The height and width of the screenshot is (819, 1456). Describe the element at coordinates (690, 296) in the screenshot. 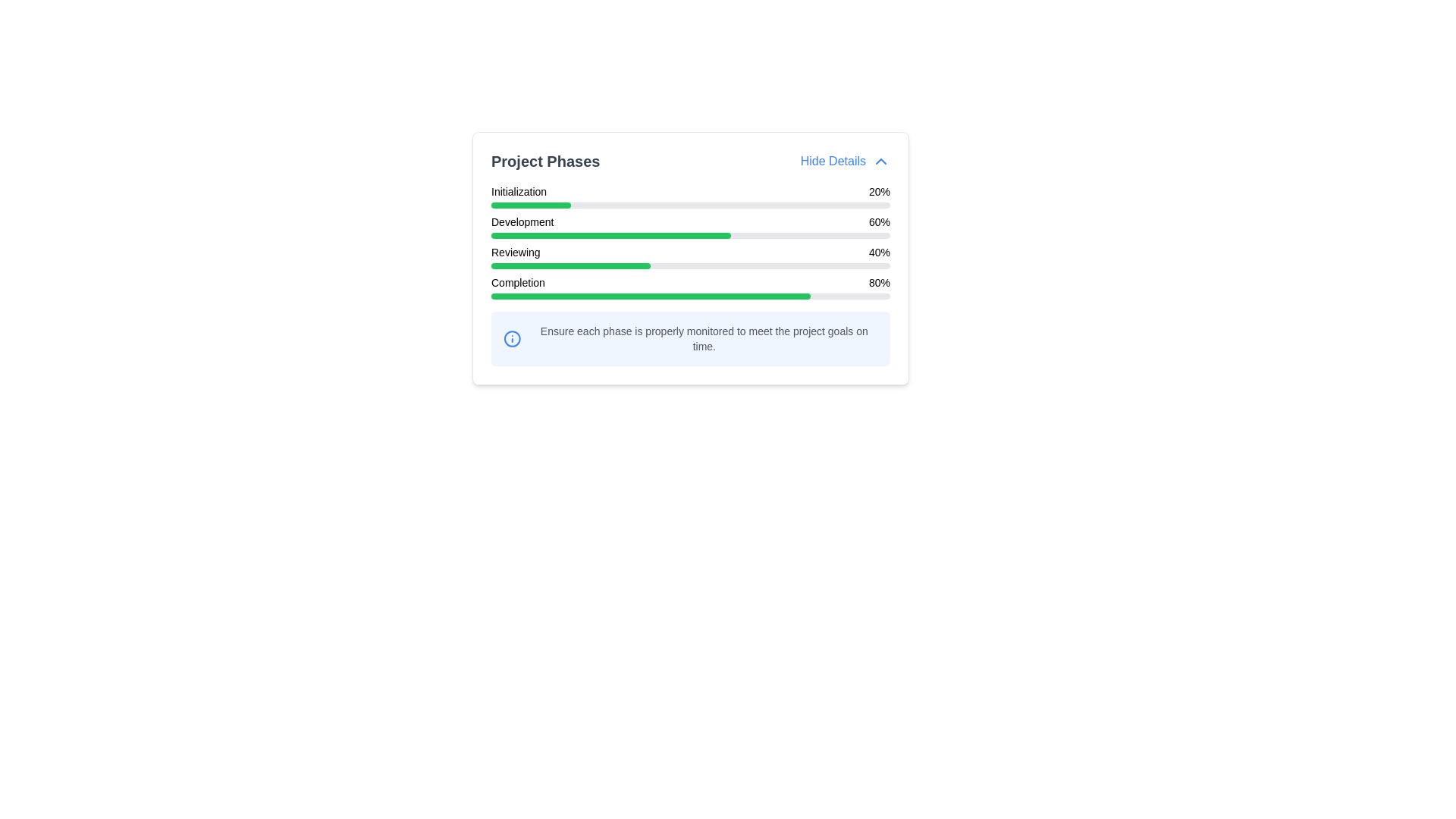

I see `the Progress bar located in the 'Project Phases' card, which visually represents 80% completion with a green section` at that location.